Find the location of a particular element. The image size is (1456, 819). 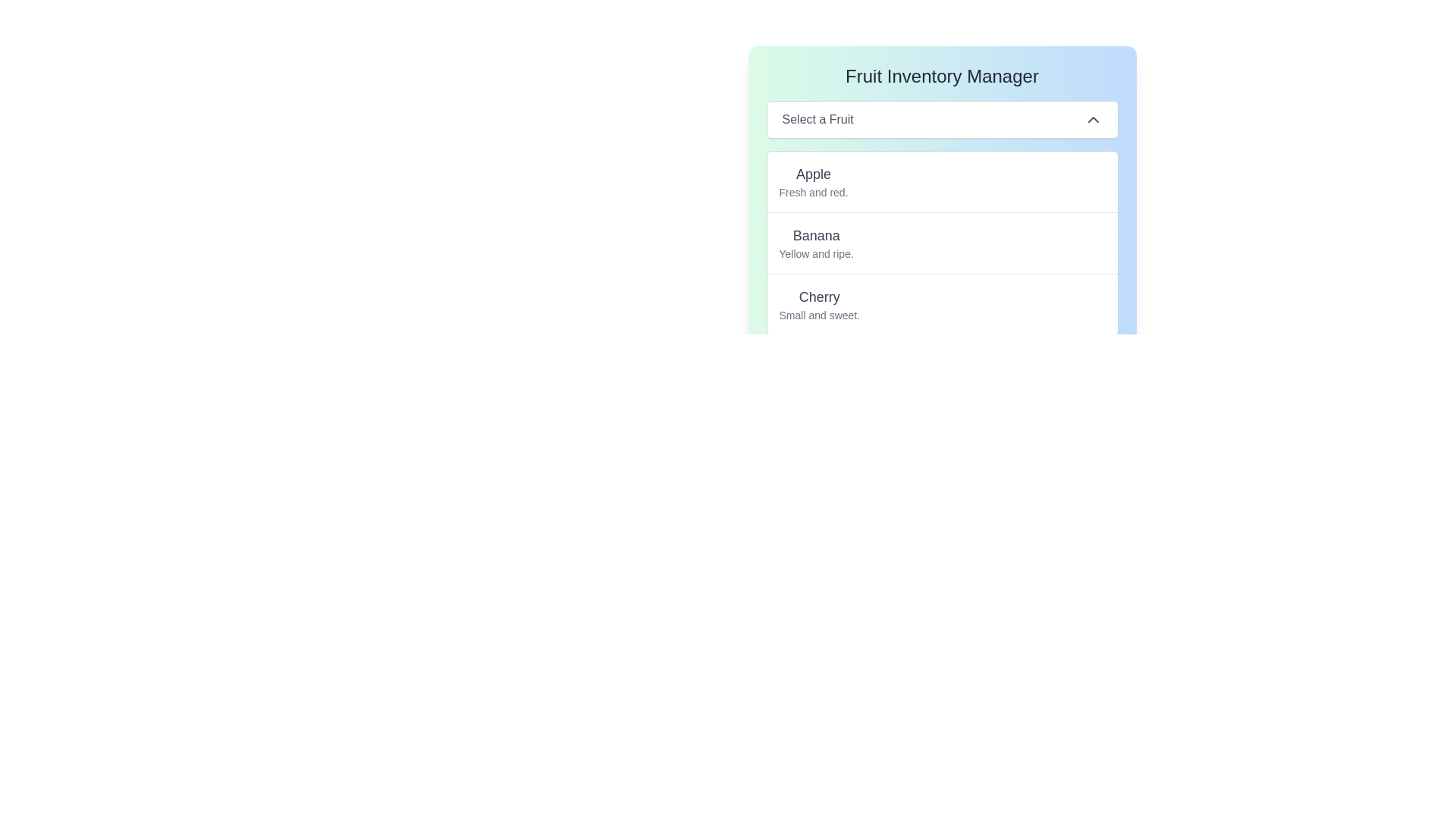

instruction provided by the label text in the dropdown field for selecting a fruit, which is centrally aligned and positioned below the header 'Fruit Inventory Manager' is located at coordinates (817, 119).